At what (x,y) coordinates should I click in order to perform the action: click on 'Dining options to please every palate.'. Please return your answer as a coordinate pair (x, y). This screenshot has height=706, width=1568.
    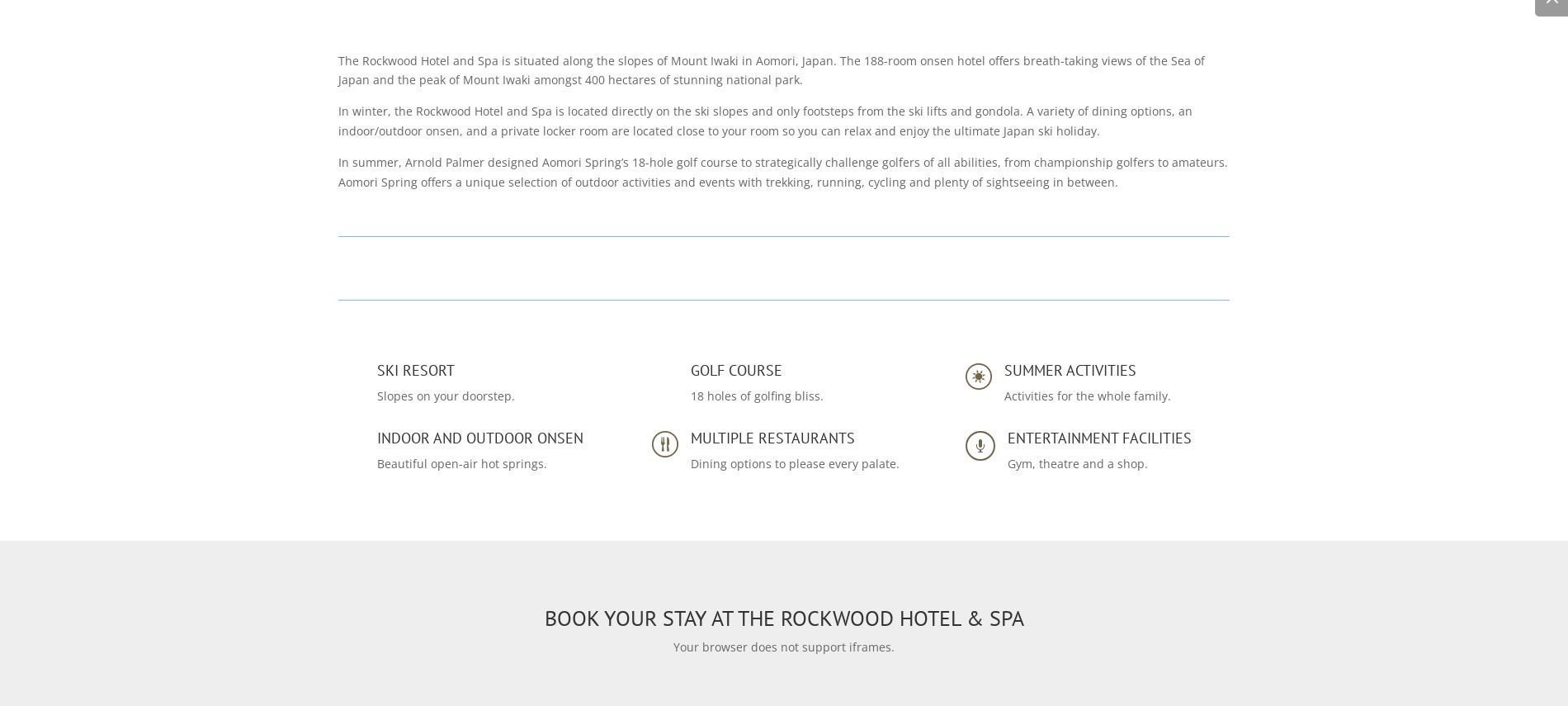
    Looking at the image, I should click on (794, 462).